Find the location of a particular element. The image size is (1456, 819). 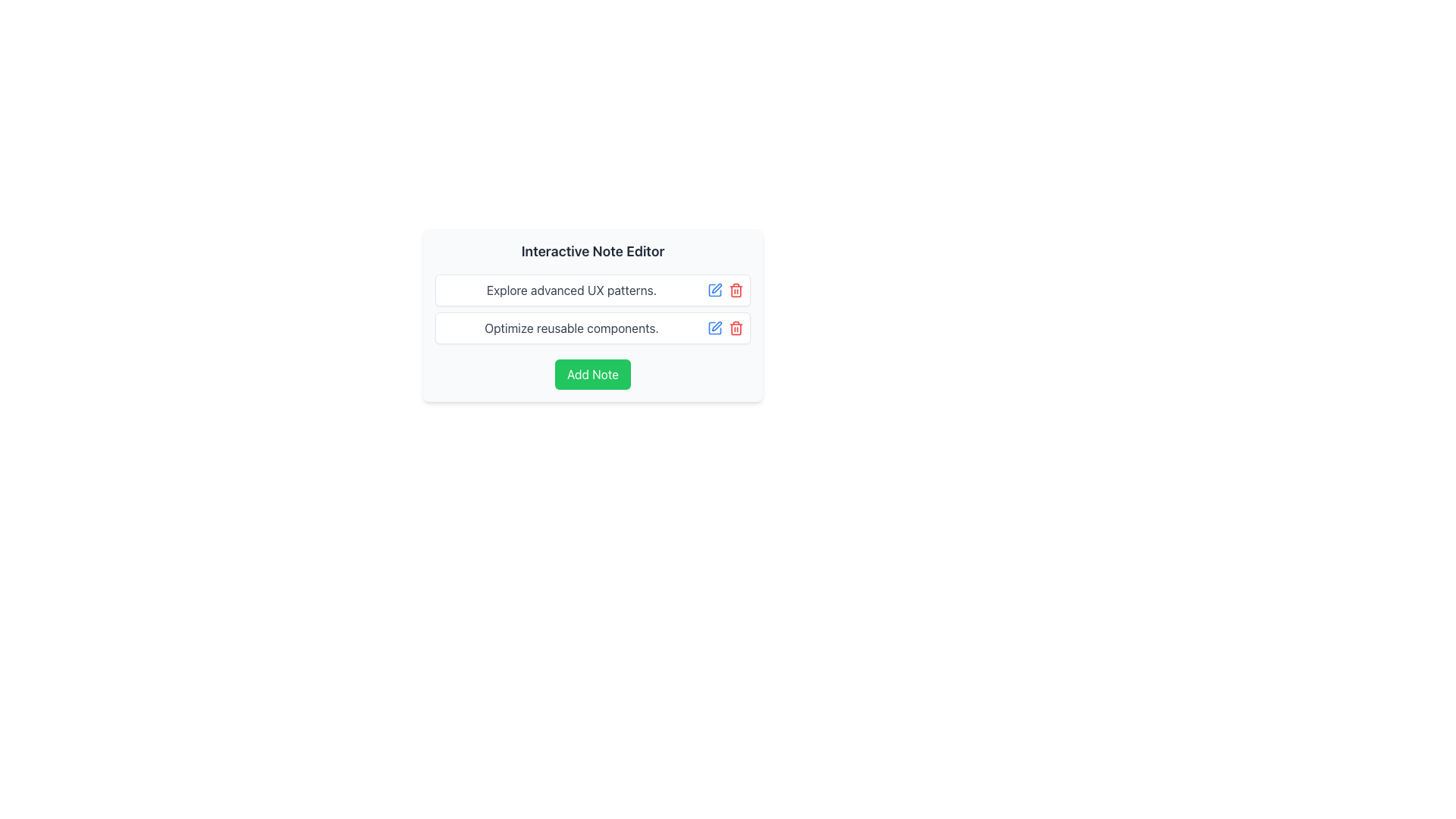

the 'Add Note' button located at the bottom of the card containing the notes is located at coordinates (592, 374).